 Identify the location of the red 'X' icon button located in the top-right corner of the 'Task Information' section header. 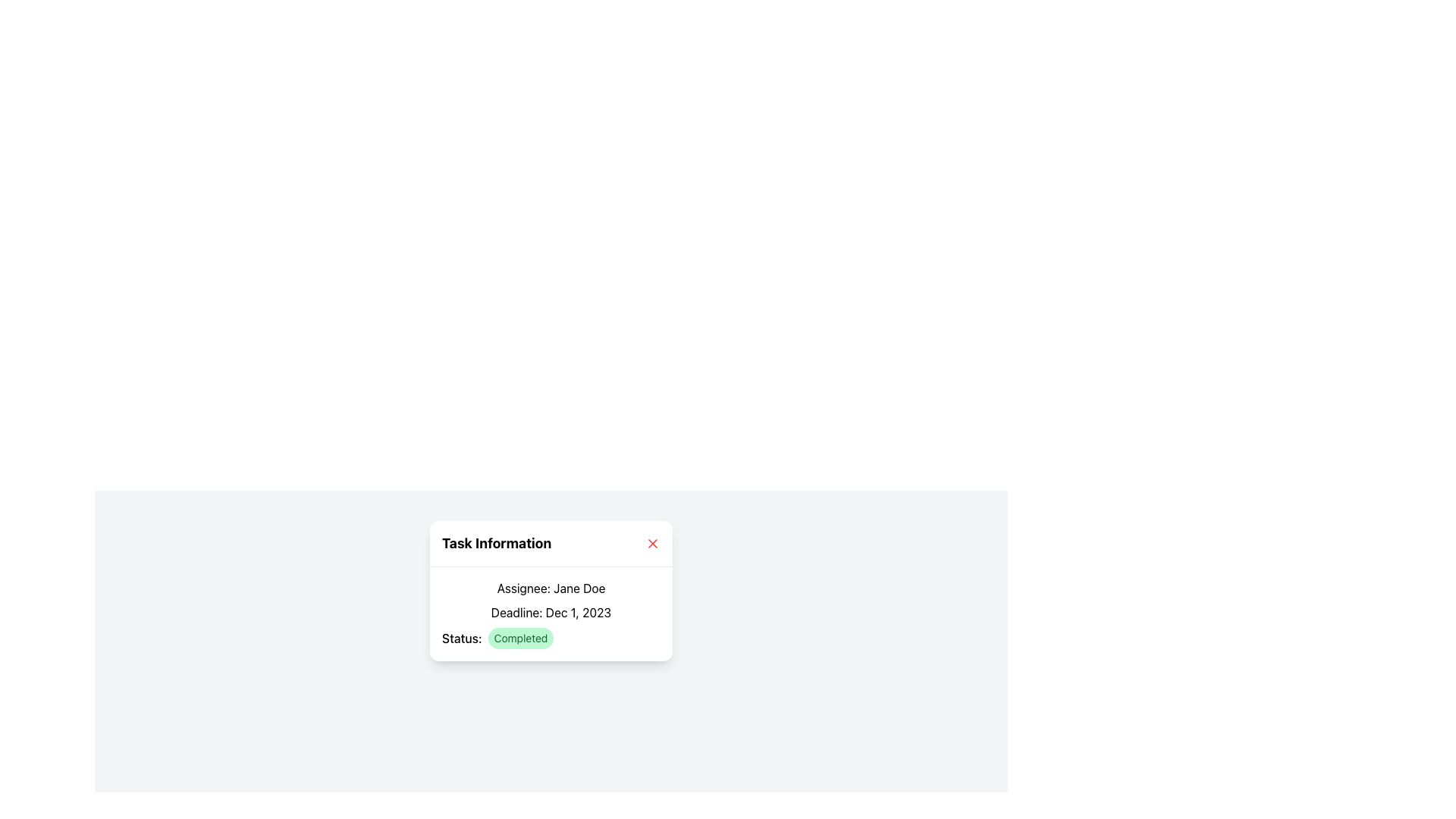
(652, 543).